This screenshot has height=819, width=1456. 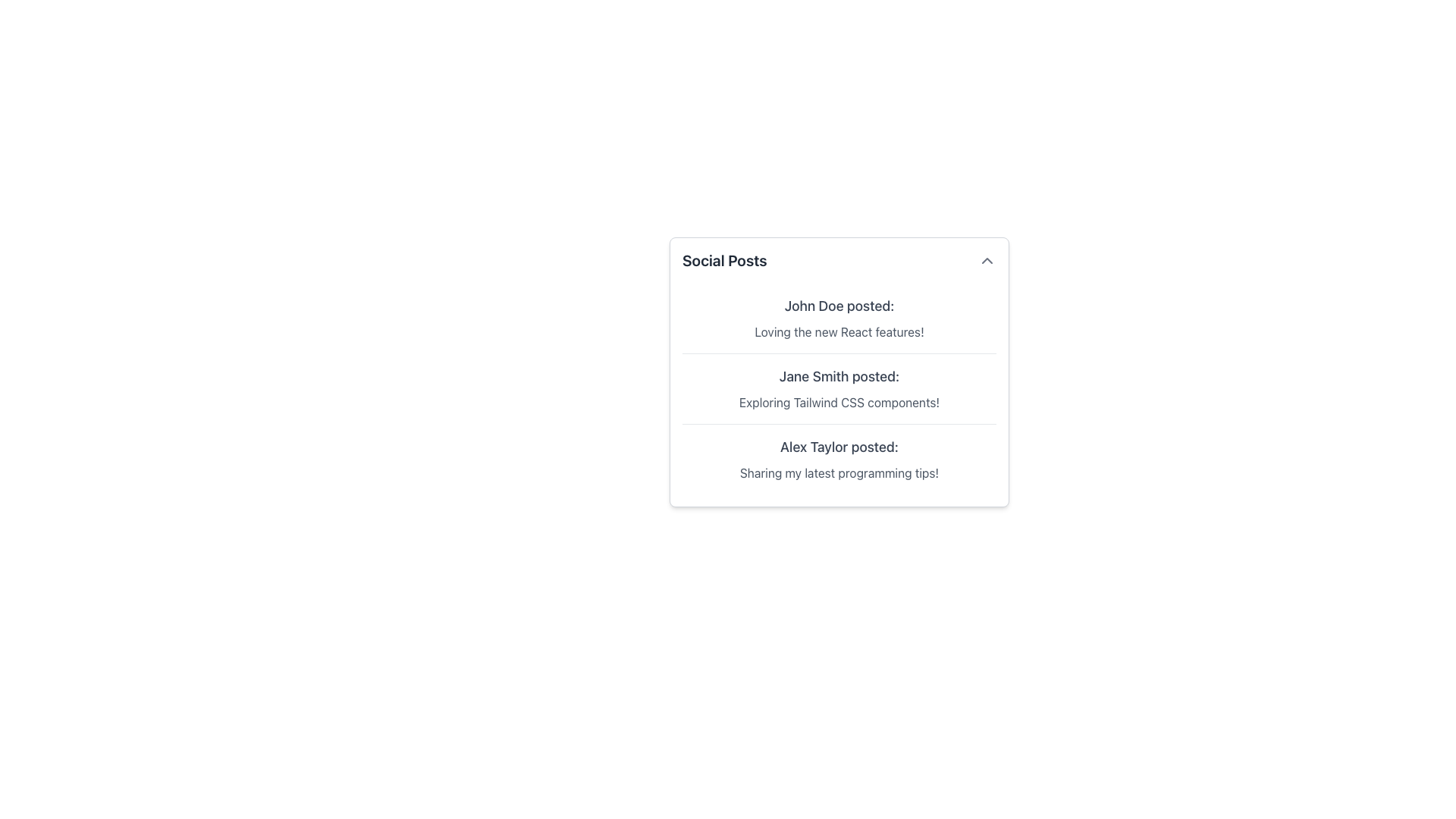 I want to click on the Chevron toggle element in the top-right corner of the 'Social Posts' panel, so click(x=987, y=259).